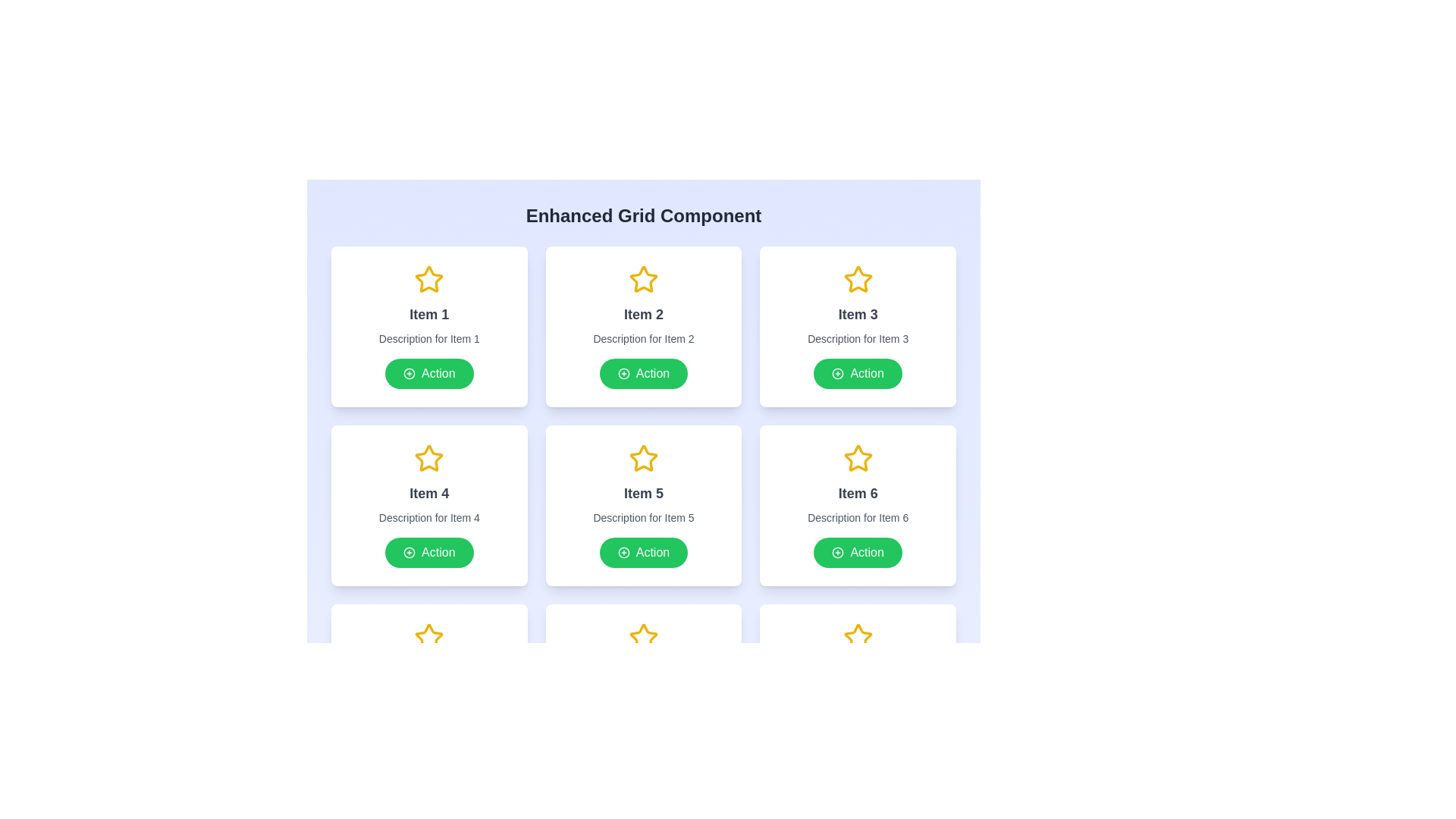 This screenshot has height=819, width=1456. I want to click on the text label that serves as the title for the card labeled 'Item 6' located in the third column of the second row of the grid layout, so click(858, 494).